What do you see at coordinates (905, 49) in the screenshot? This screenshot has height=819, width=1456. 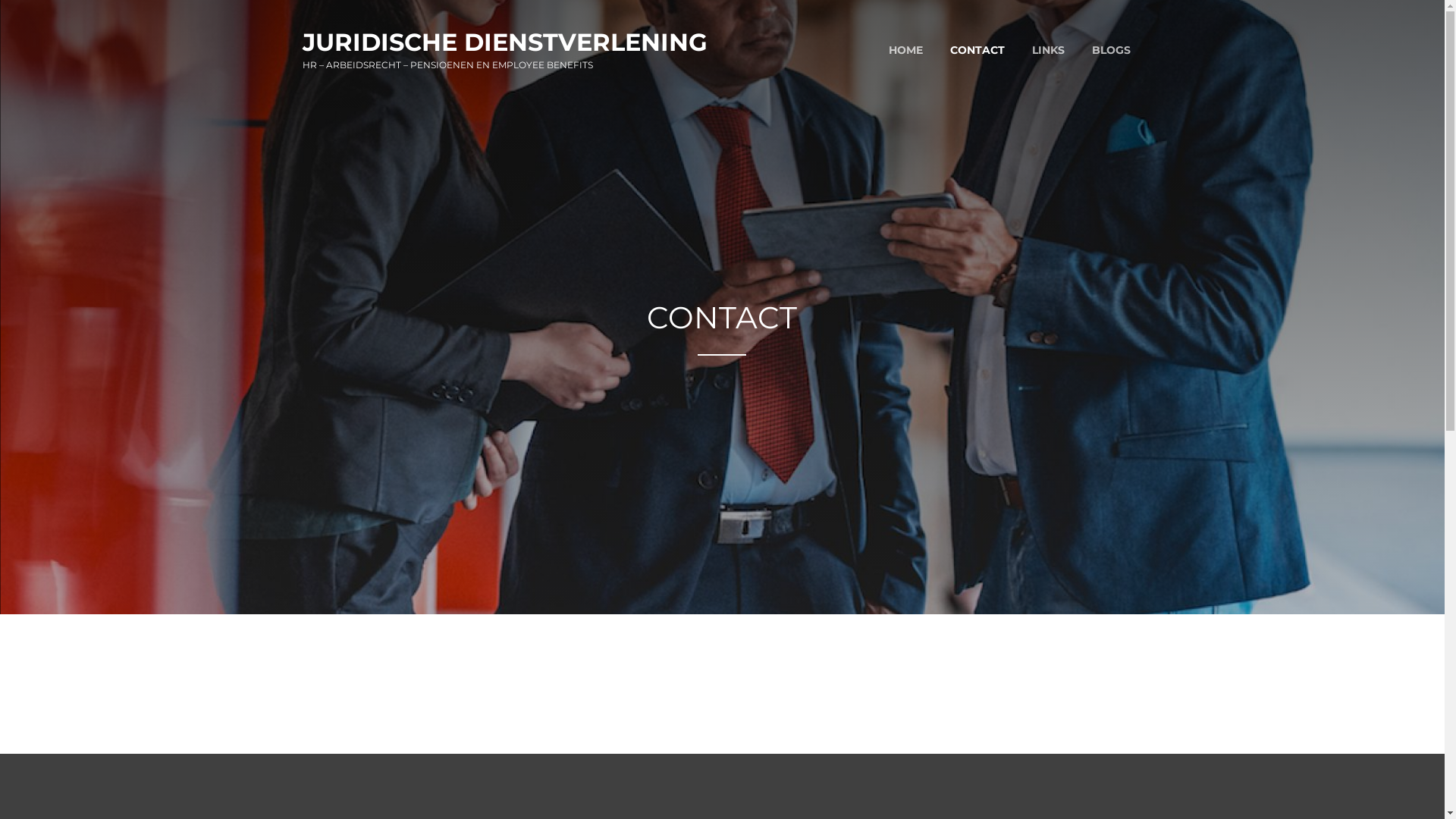 I see `'HOME'` at bounding box center [905, 49].